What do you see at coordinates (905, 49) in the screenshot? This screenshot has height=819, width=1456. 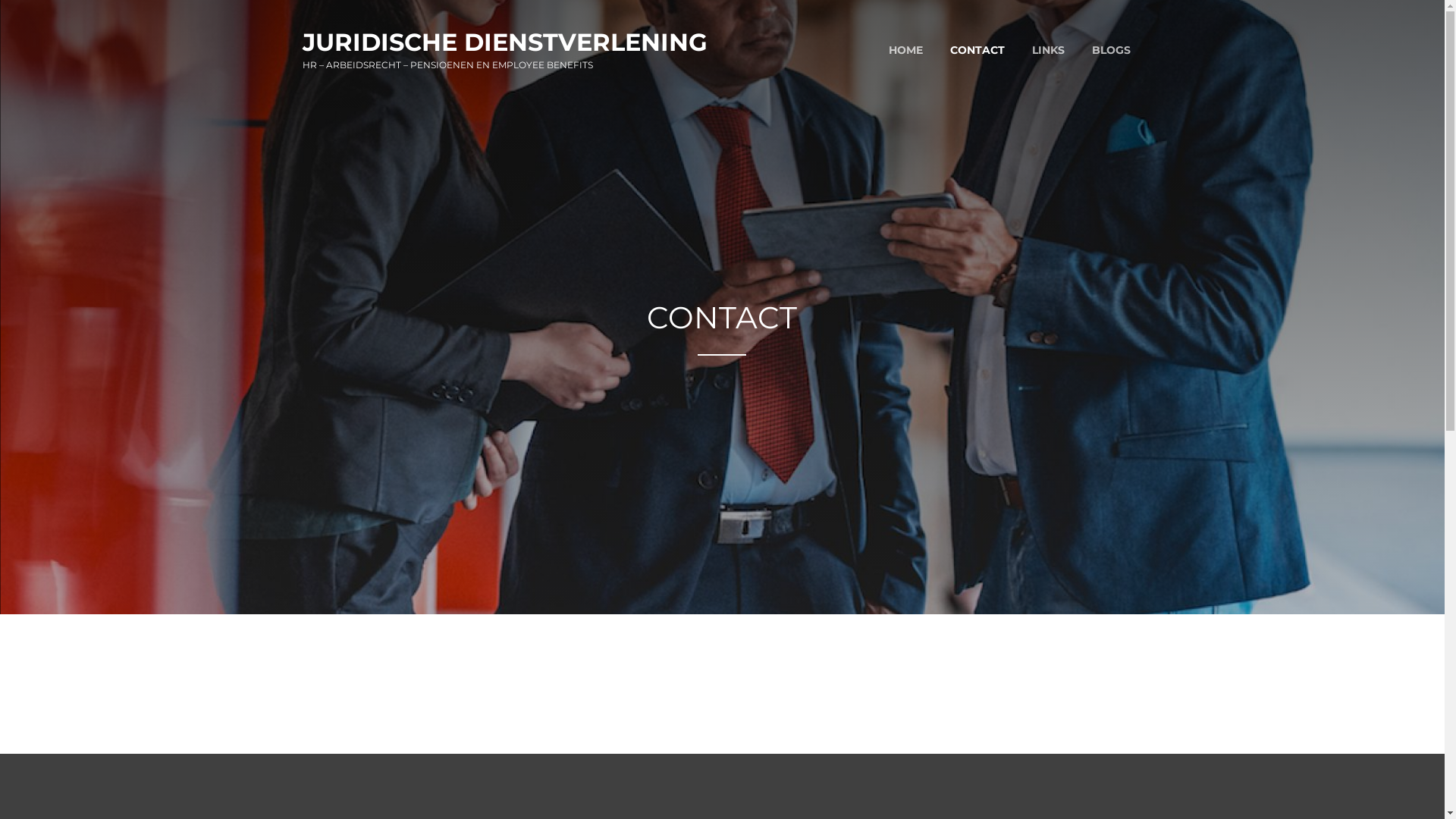 I see `'HOME'` at bounding box center [905, 49].